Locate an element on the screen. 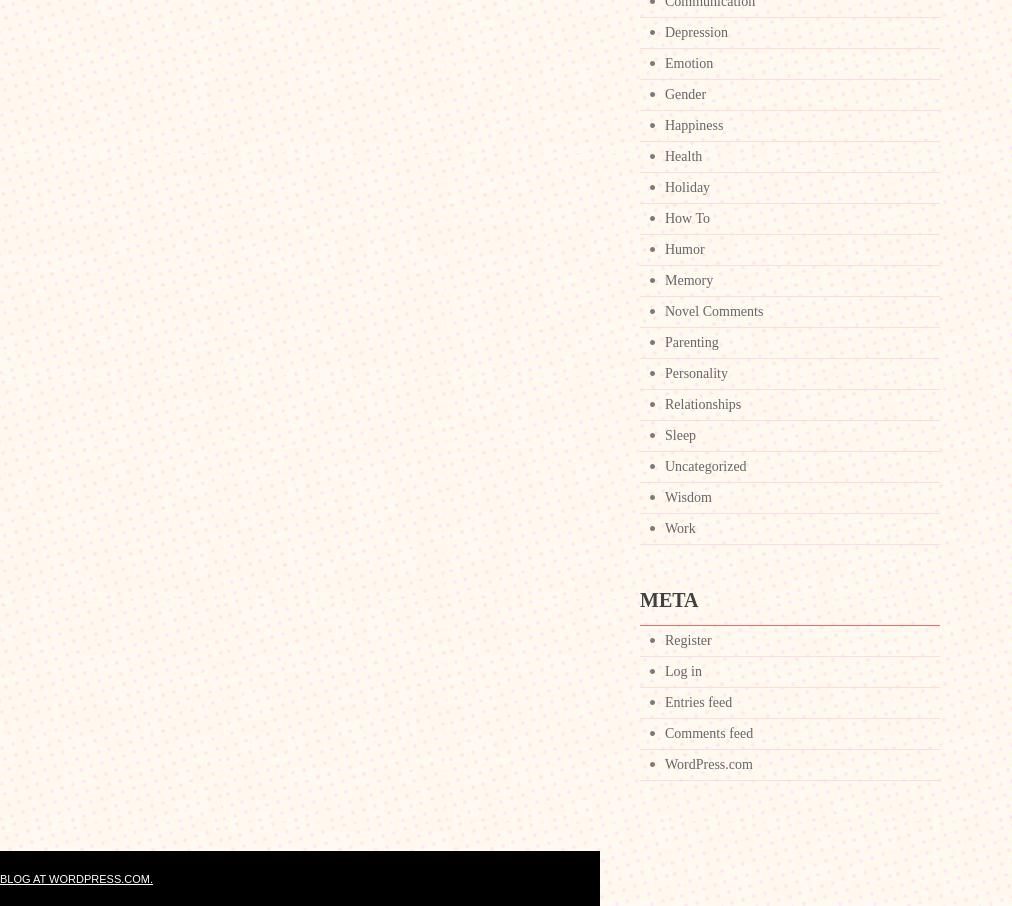 This screenshot has width=1012, height=906. 'Humor' is located at coordinates (664, 249).